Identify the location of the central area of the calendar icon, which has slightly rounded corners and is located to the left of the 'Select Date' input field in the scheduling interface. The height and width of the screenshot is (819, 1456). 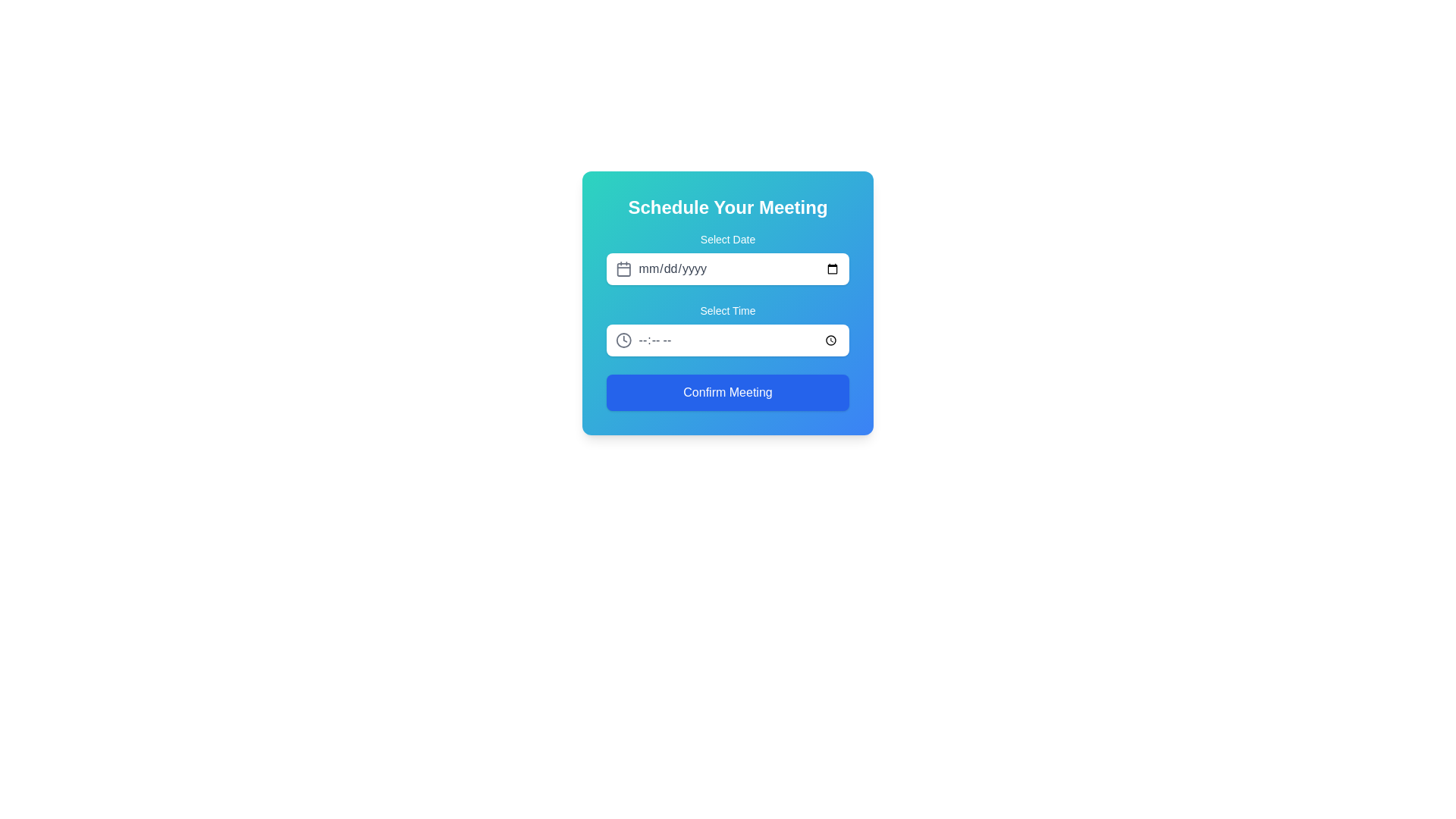
(623, 268).